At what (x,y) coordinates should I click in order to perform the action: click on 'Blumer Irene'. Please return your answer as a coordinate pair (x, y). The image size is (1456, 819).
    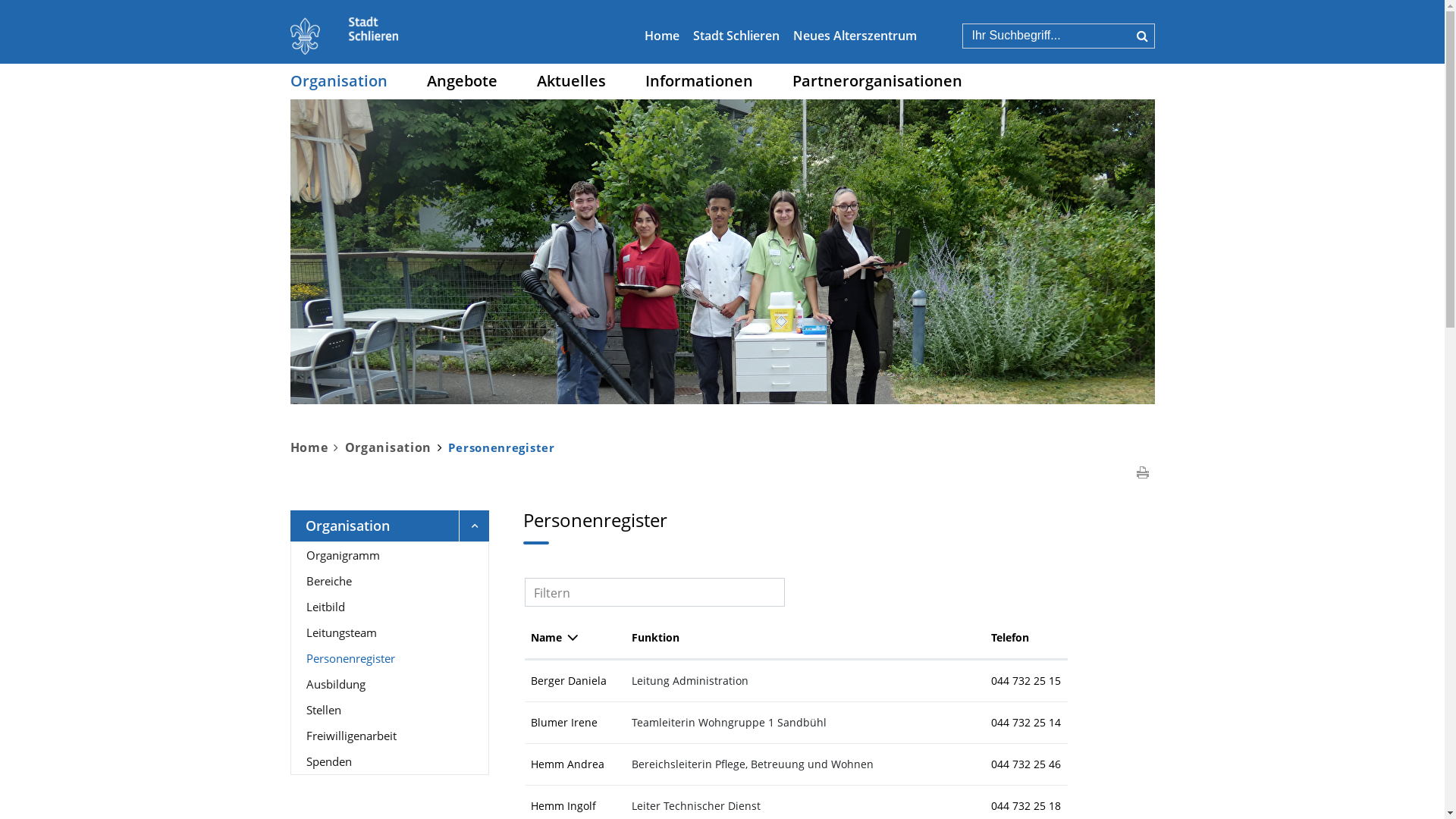
    Looking at the image, I should click on (563, 721).